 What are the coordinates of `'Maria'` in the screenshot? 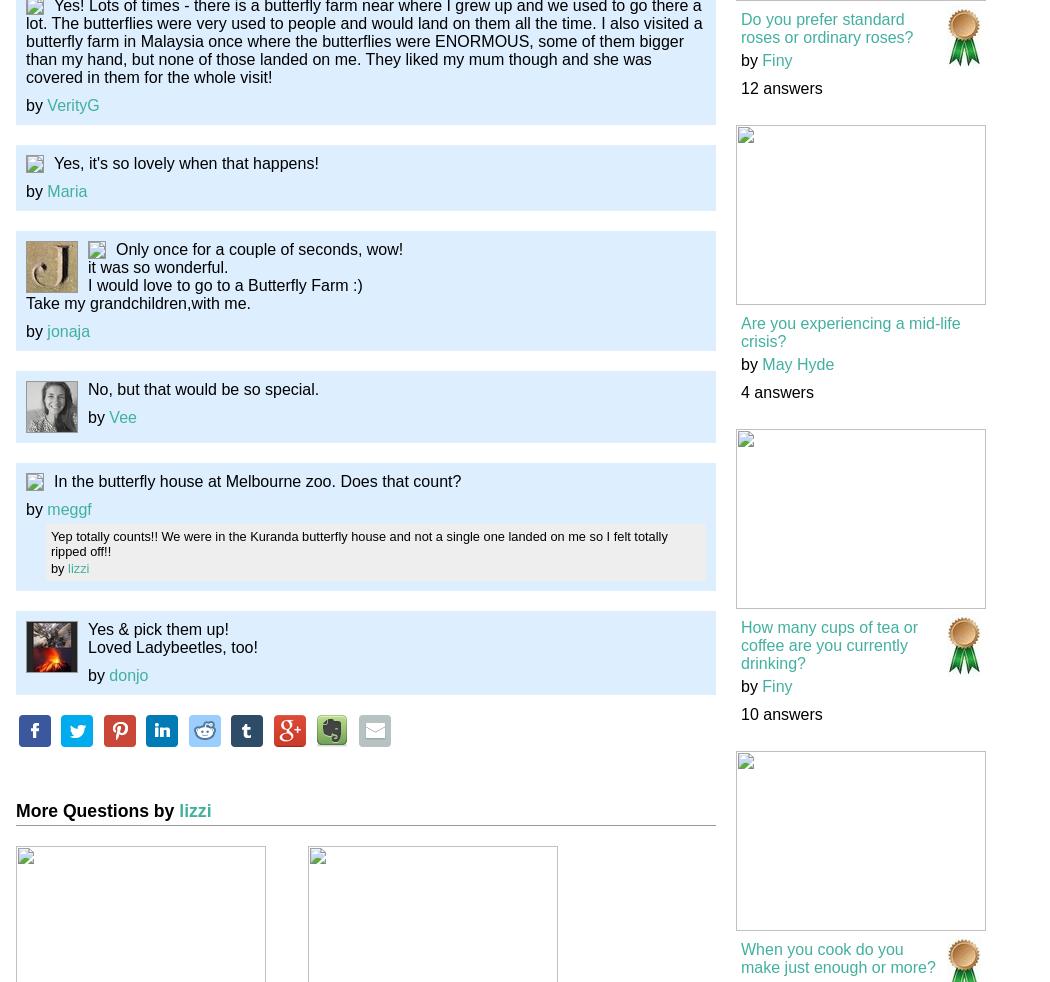 It's located at (46, 189).